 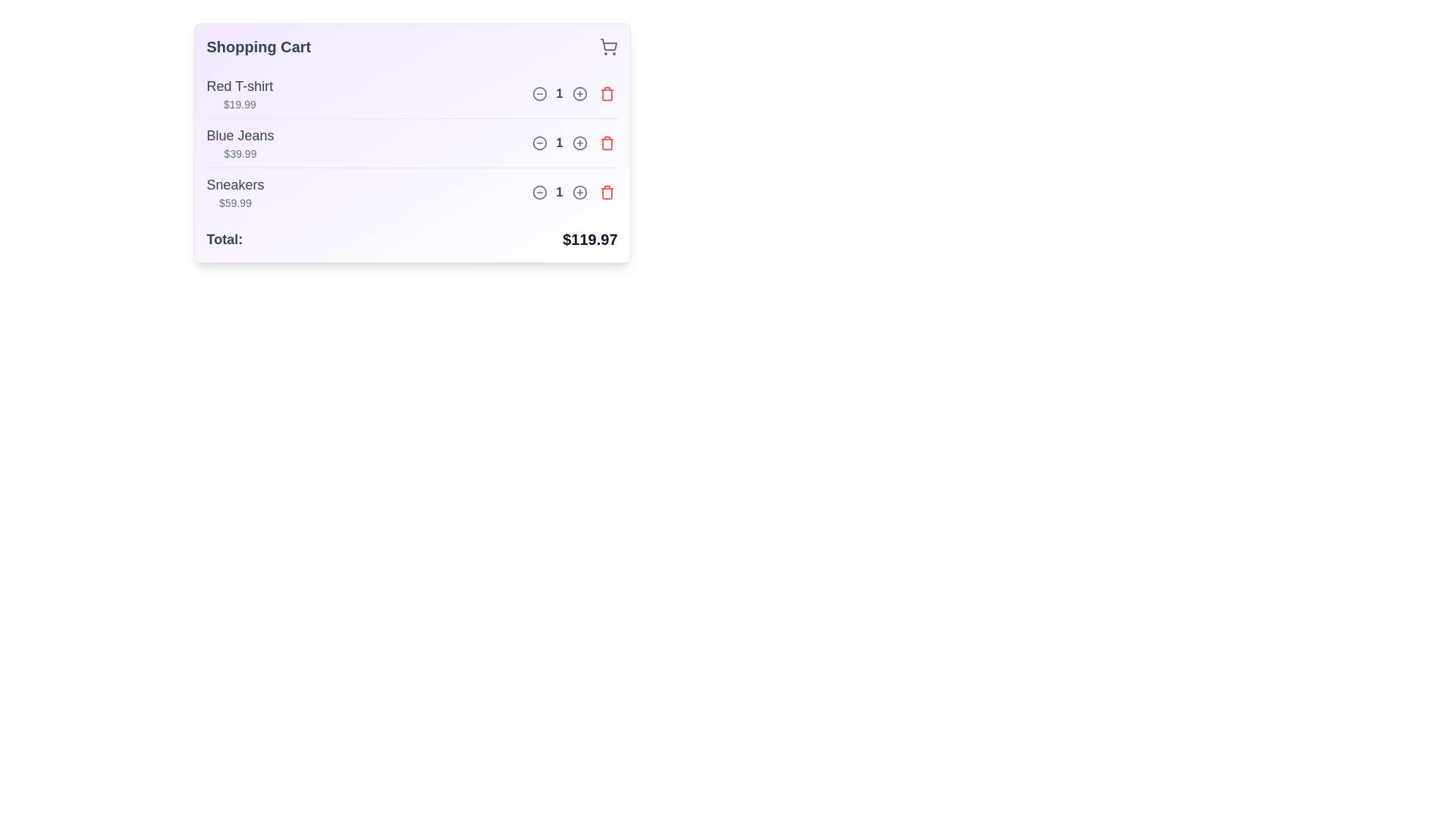 What do you see at coordinates (579, 93) in the screenshot?
I see `the circular shape of the '+' icon in the shopping cart list for 'Blue Jeans'` at bounding box center [579, 93].